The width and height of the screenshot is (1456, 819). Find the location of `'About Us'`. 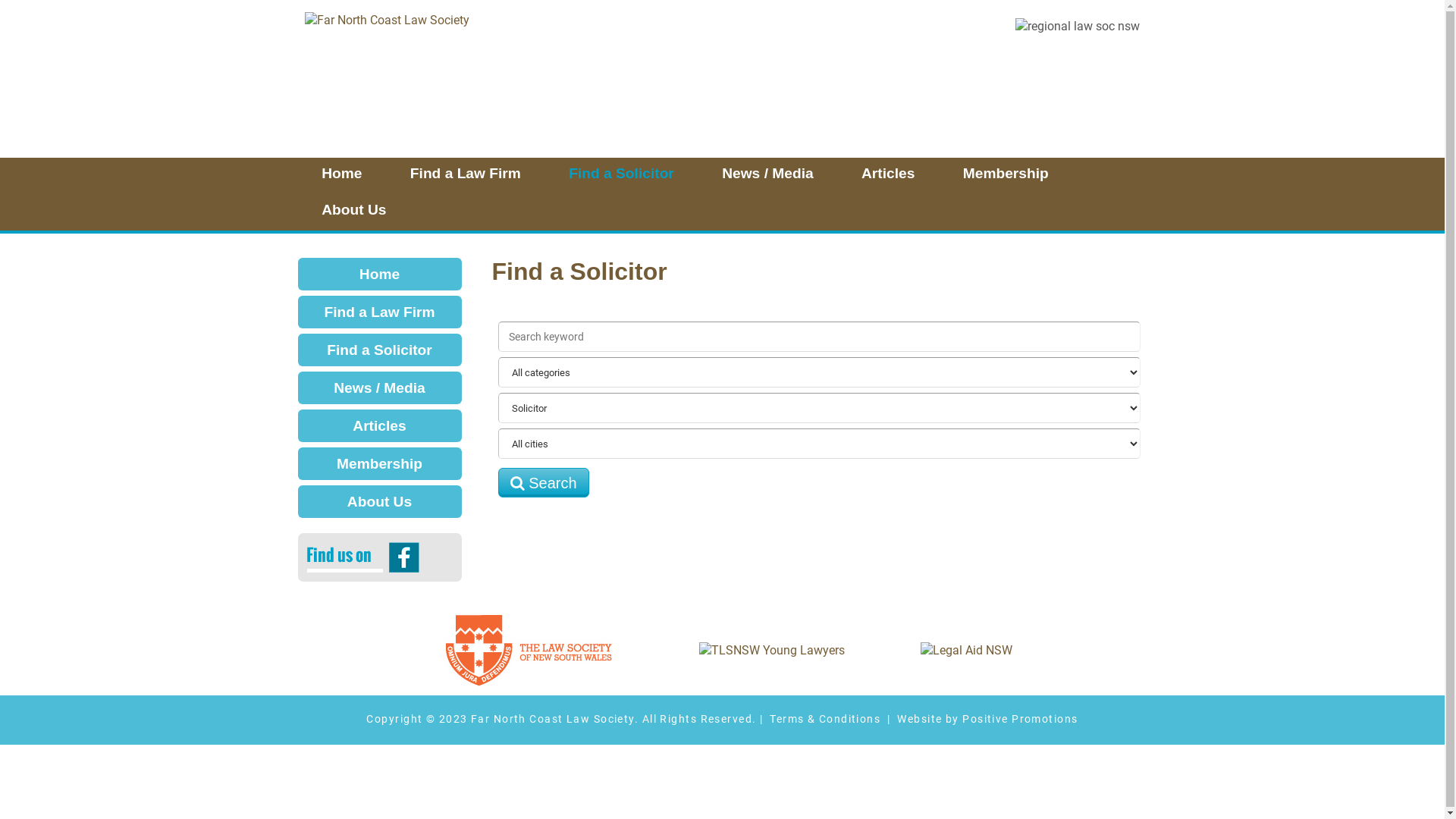

'About Us' is located at coordinates (353, 212).